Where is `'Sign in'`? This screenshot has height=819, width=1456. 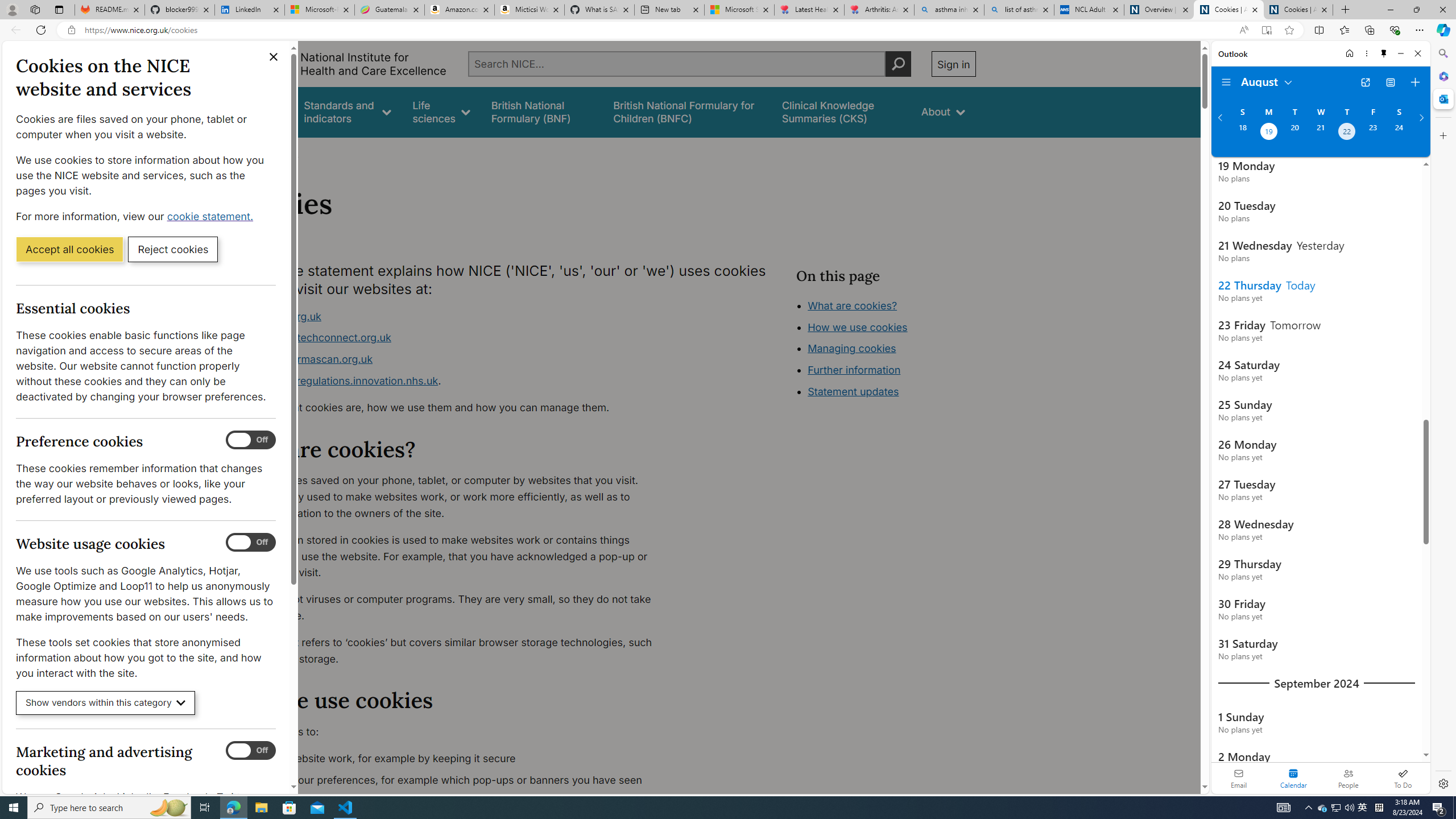 'Sign in' is located at coordinates (953, 63).